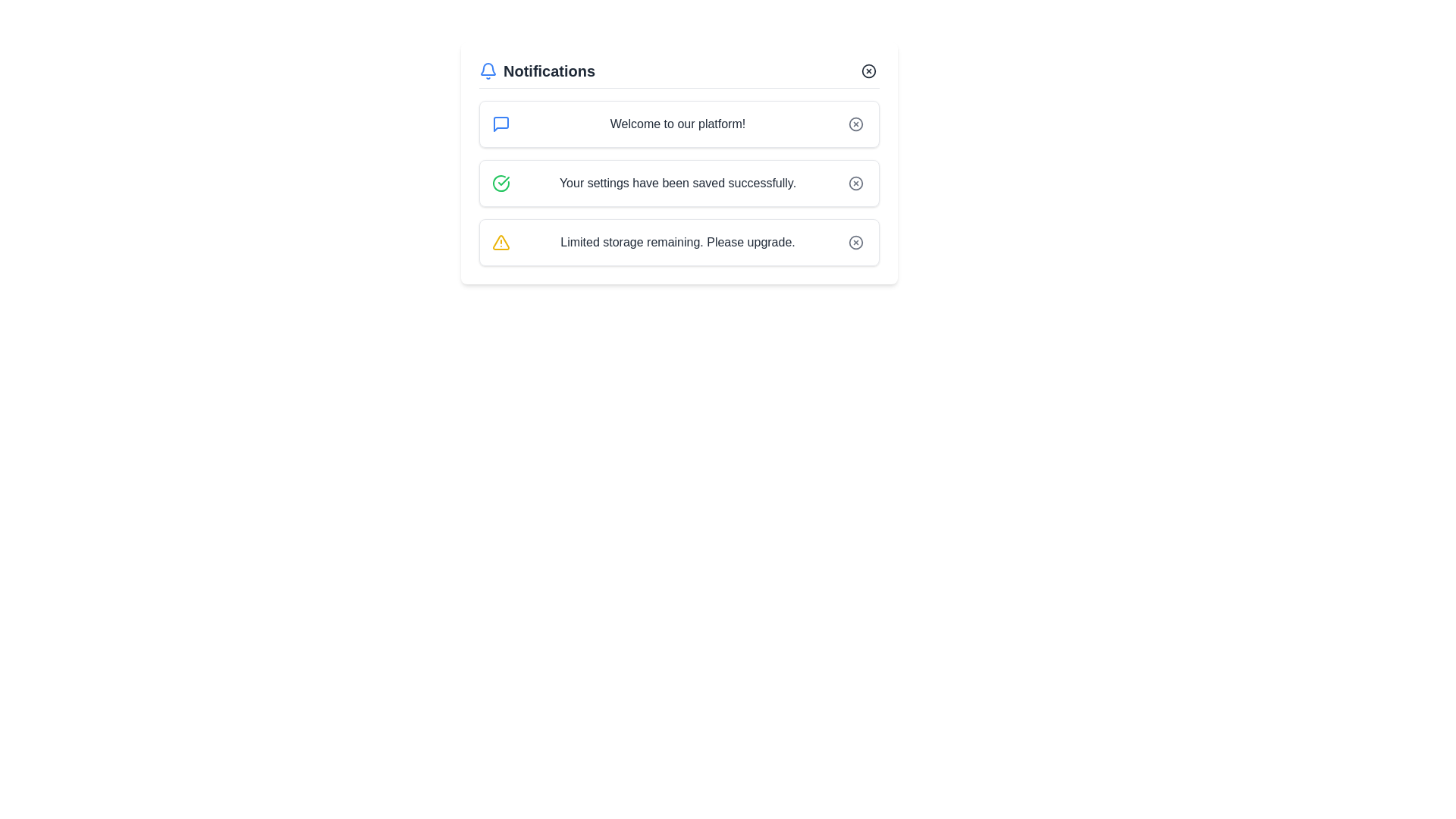 Image resolution: width=1456 pixels, height=819 pixels. I want to click on the decorative confirmation symbol within the second notification item, which indicates a successful operation, so click(504, 180).